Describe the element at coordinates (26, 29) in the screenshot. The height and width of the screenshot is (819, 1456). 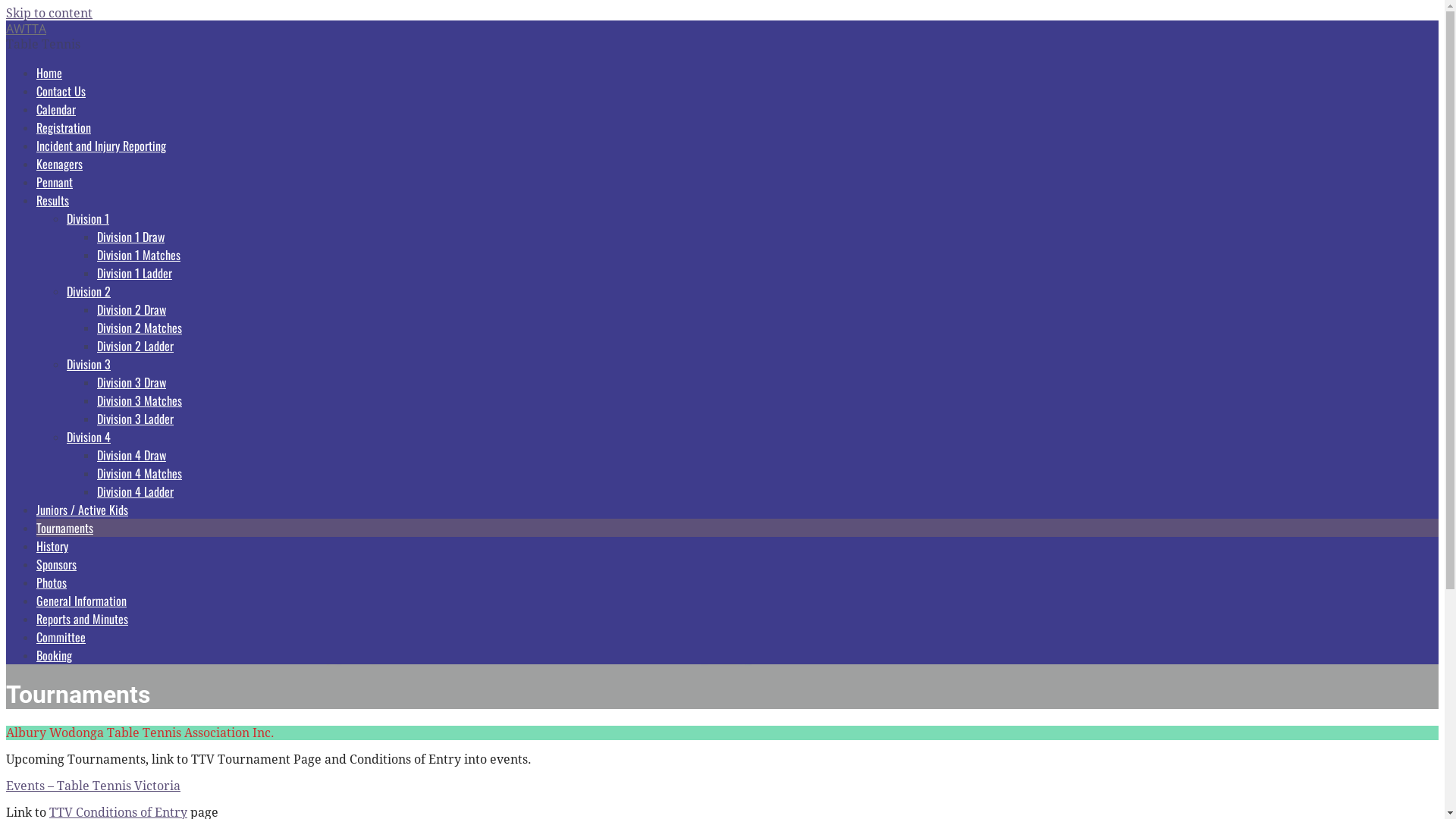
I see `'AWTTA'` at that location.